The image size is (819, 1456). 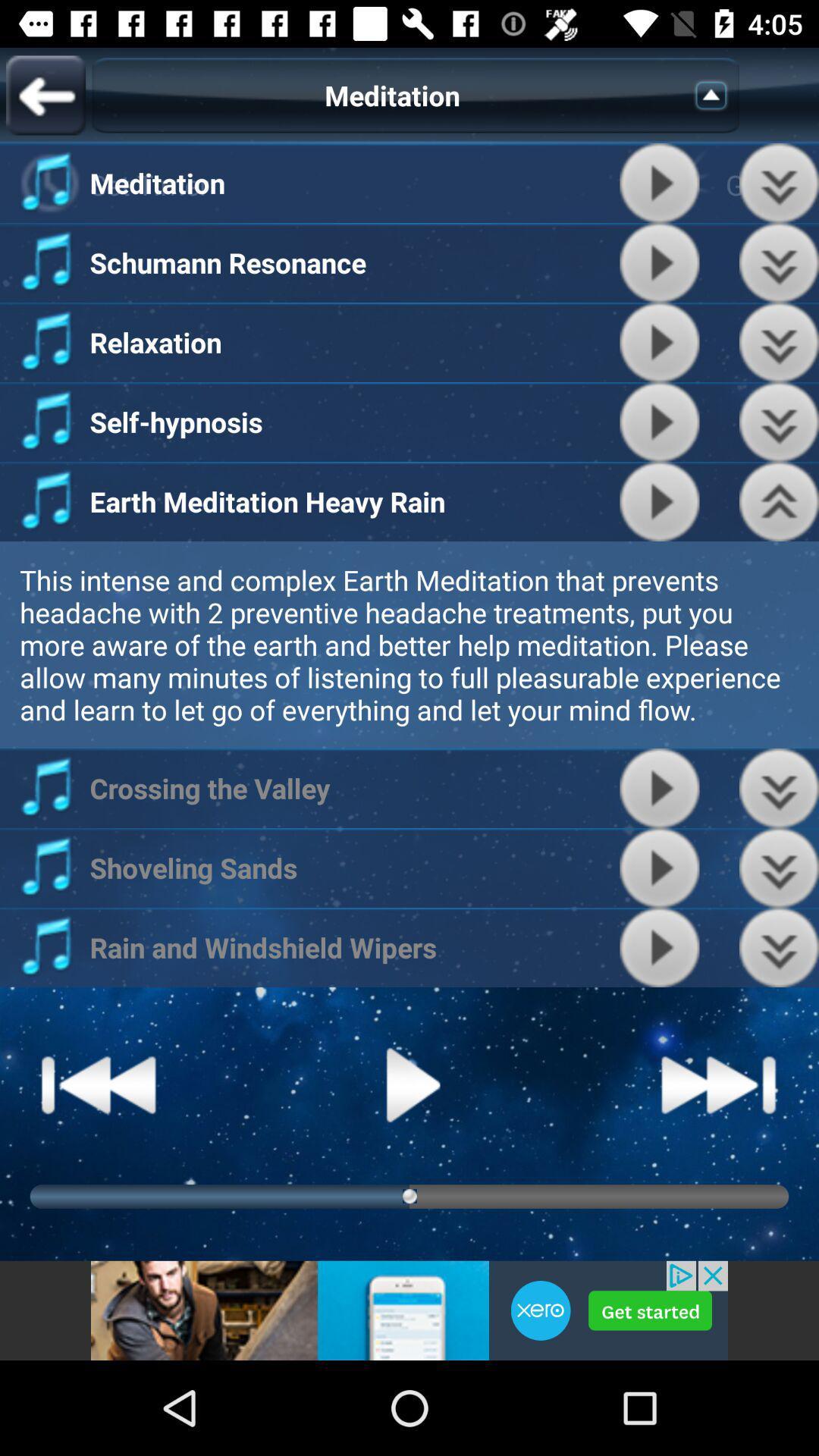 What do you see at coordinates (409, 1310) in the screenshot?
I see `the advertisement` at bounding box center [409, 1310].